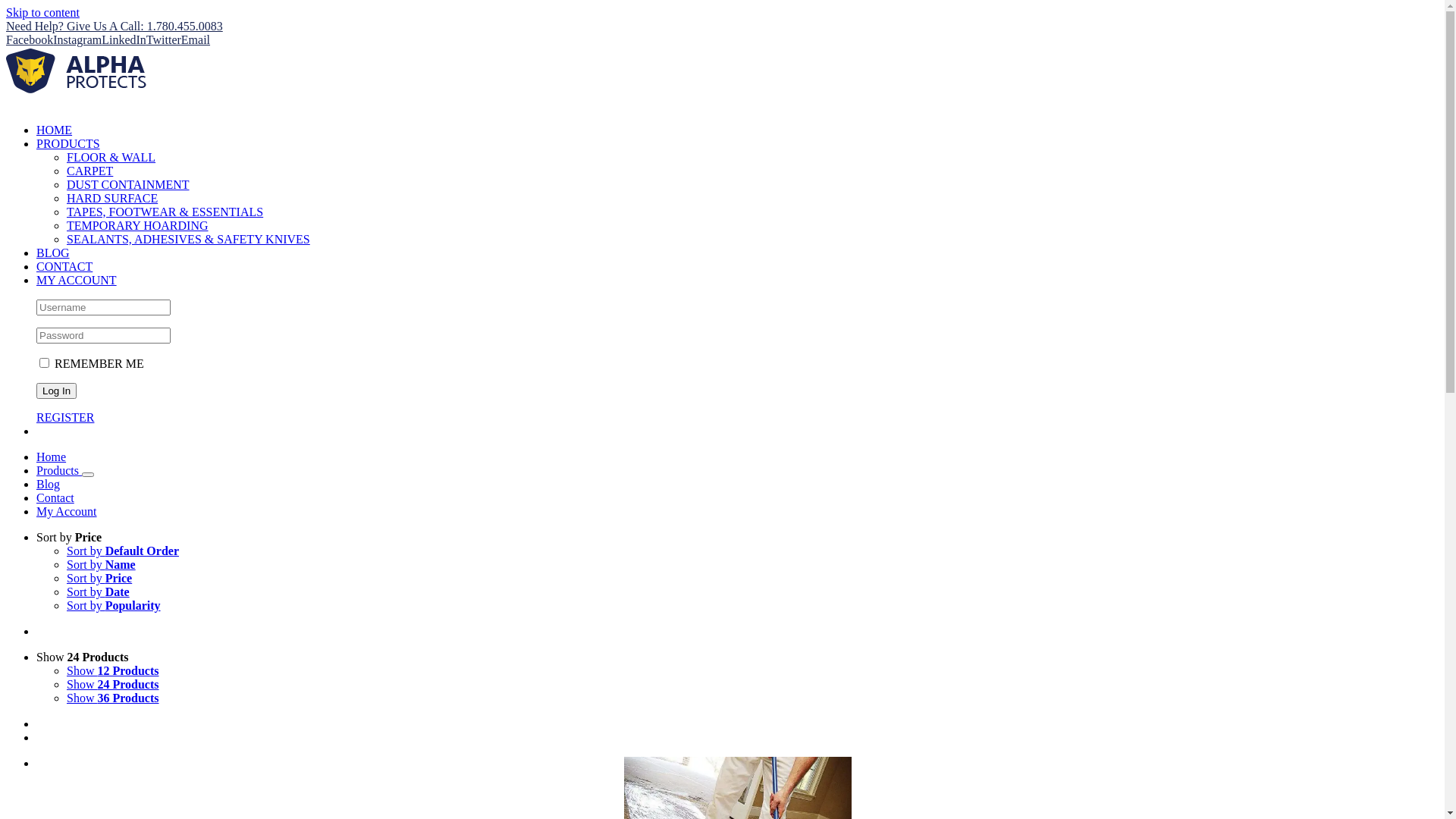 This screenshot has width=1456, height=819. What do you see at coordinates (54, 129) in the screenshot?
I see `'HOME'` at bounding box center [54, 129].